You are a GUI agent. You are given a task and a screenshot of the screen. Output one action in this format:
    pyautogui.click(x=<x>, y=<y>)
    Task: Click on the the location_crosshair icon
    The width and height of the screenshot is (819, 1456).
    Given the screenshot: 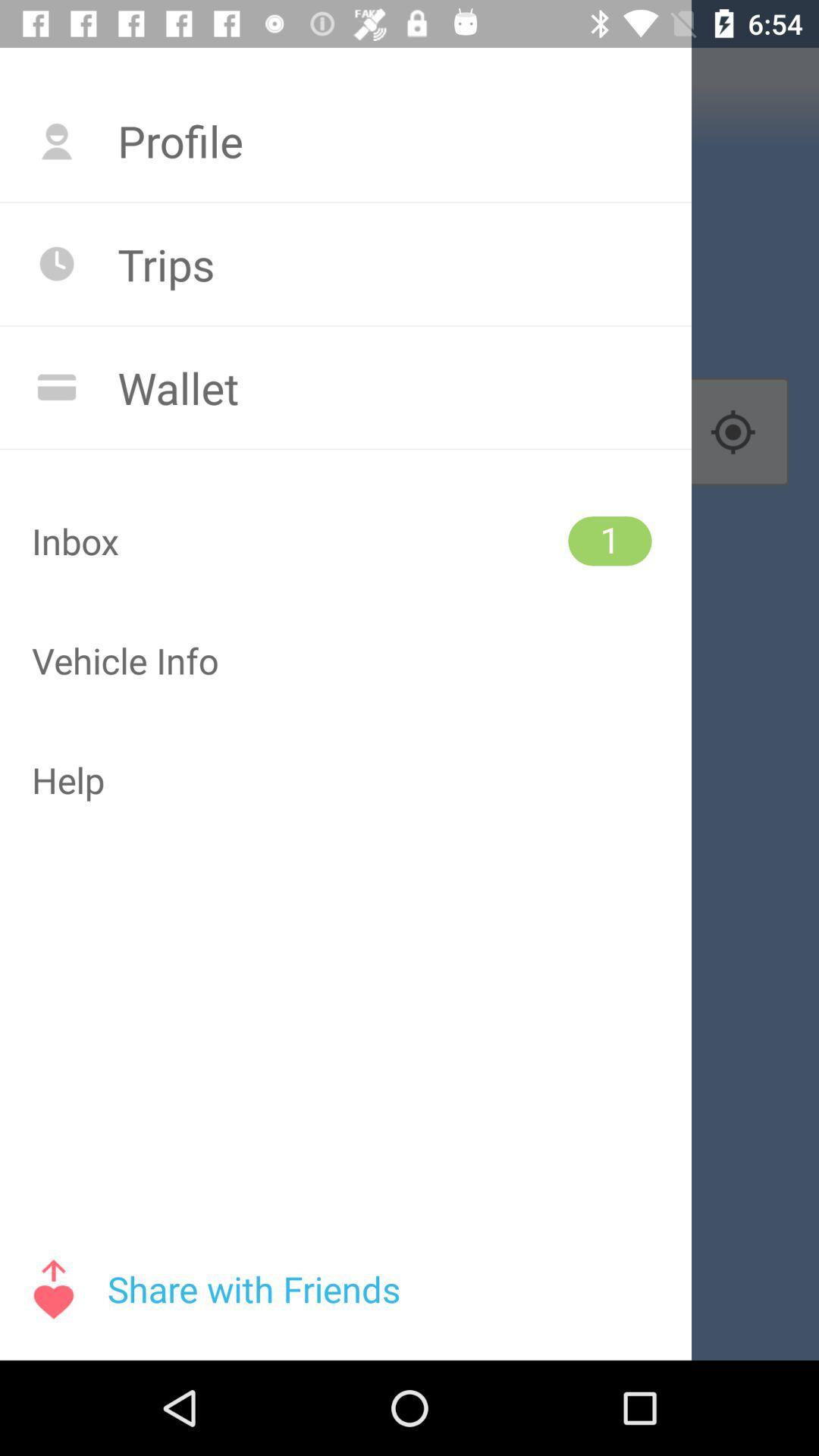 What is the action you would take?
    pyautogui.click(x=732, y=431)
    